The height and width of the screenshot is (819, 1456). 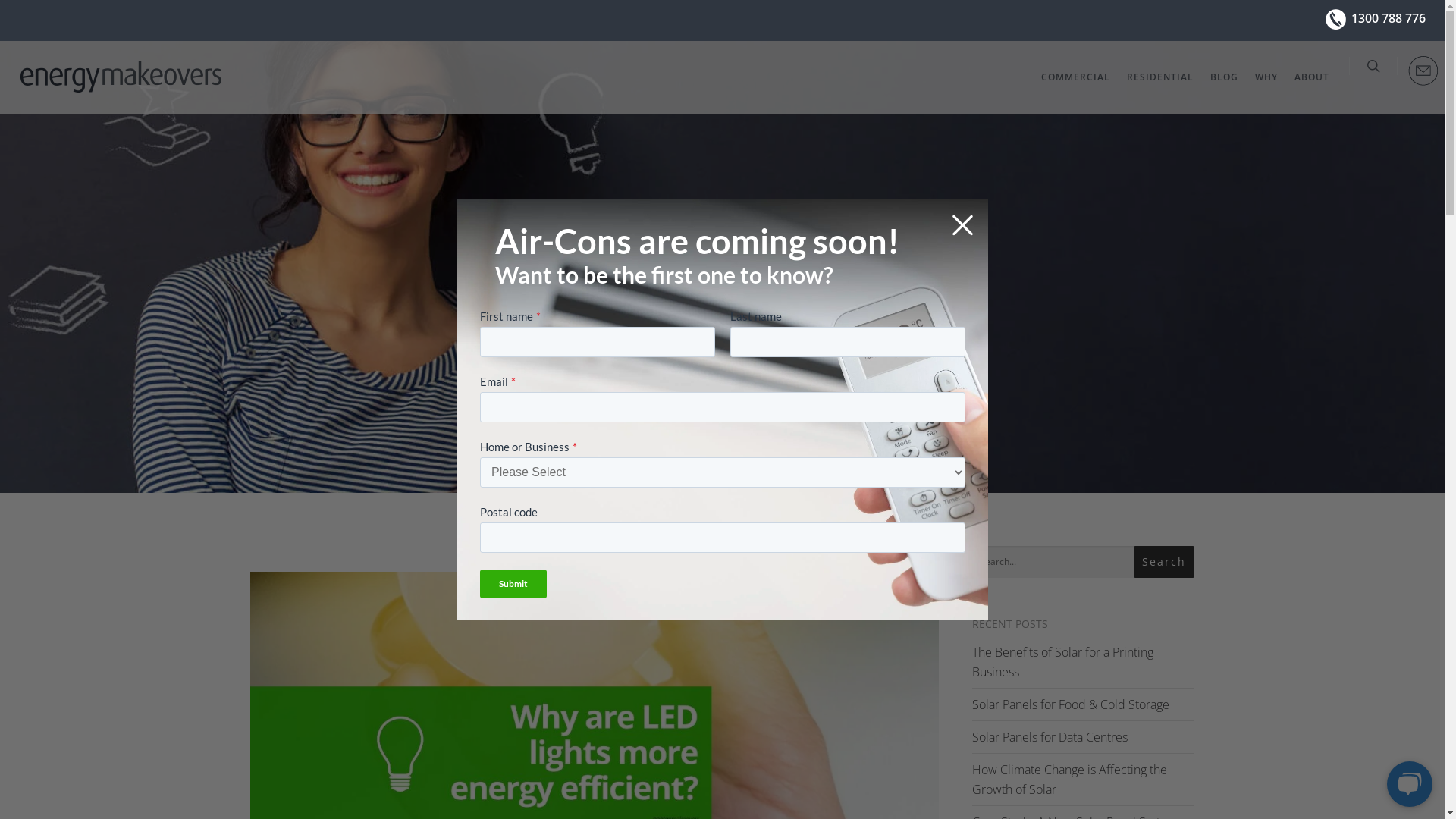 I want to click on '1300 788 776', so click(x=1388, y=17).